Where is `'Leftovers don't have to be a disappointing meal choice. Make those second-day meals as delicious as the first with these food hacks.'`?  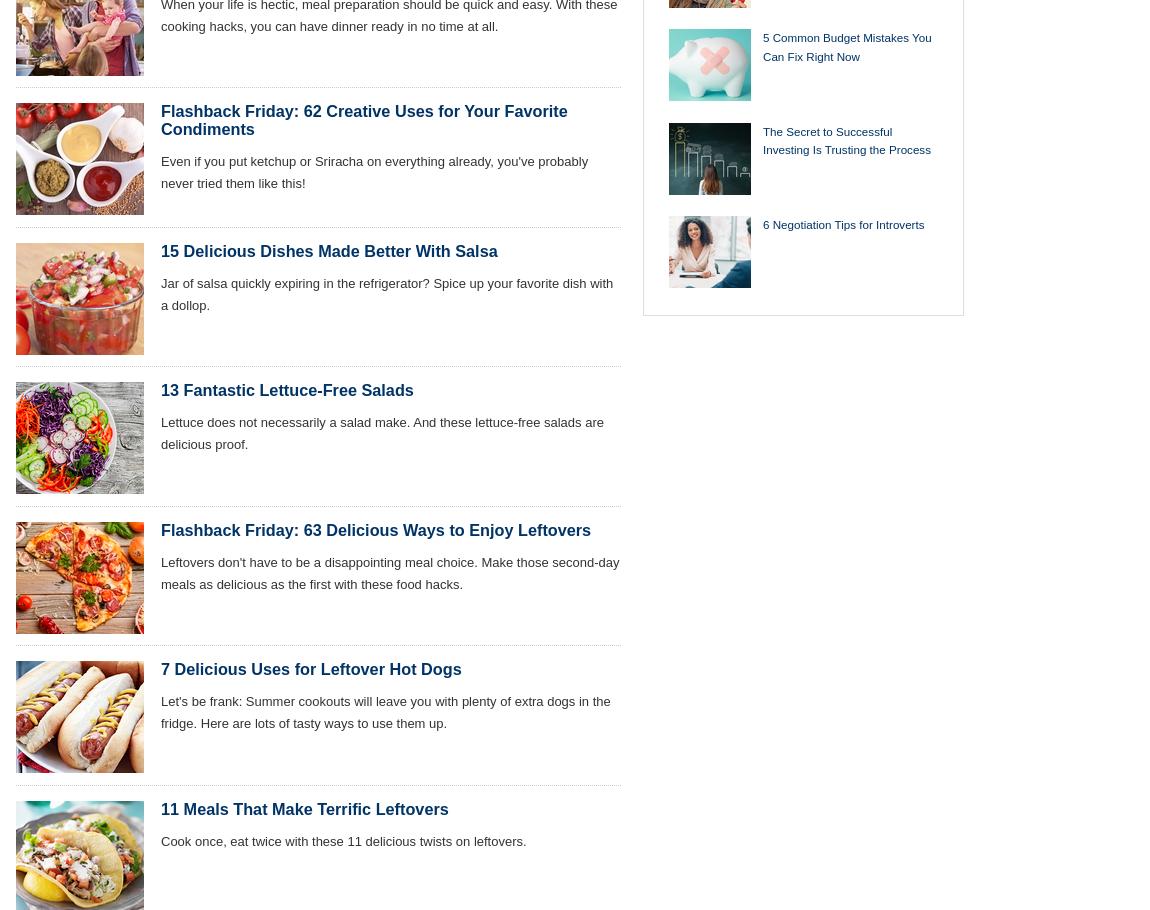 'Leftovers don't have to be a disappointing meal choice. Make those second-day meals as delicious as the first with these food hacks.' is located at coordinates (389, 572).